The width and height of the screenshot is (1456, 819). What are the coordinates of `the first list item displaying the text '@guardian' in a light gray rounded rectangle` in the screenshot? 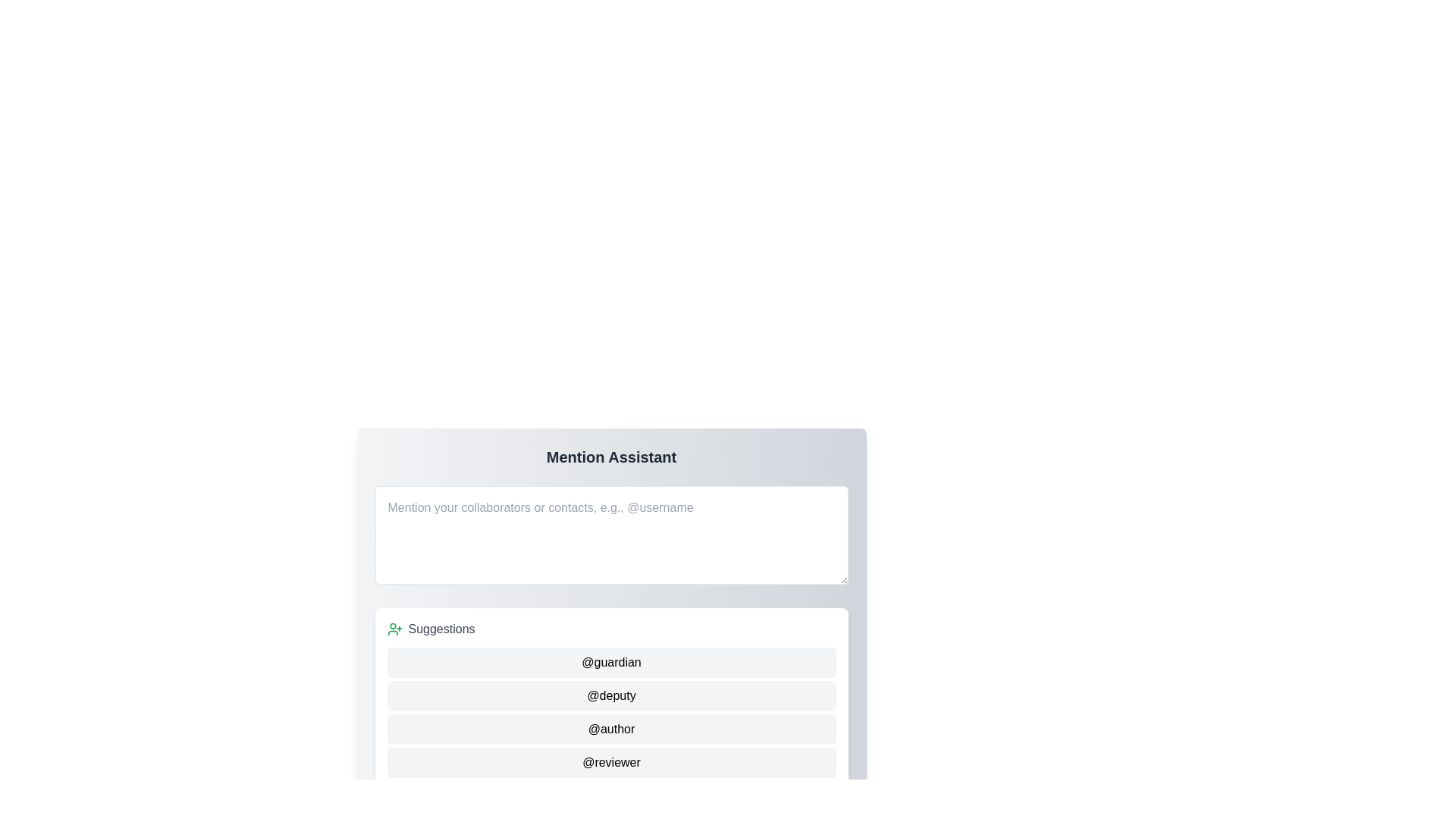 It's located at (611, 662).